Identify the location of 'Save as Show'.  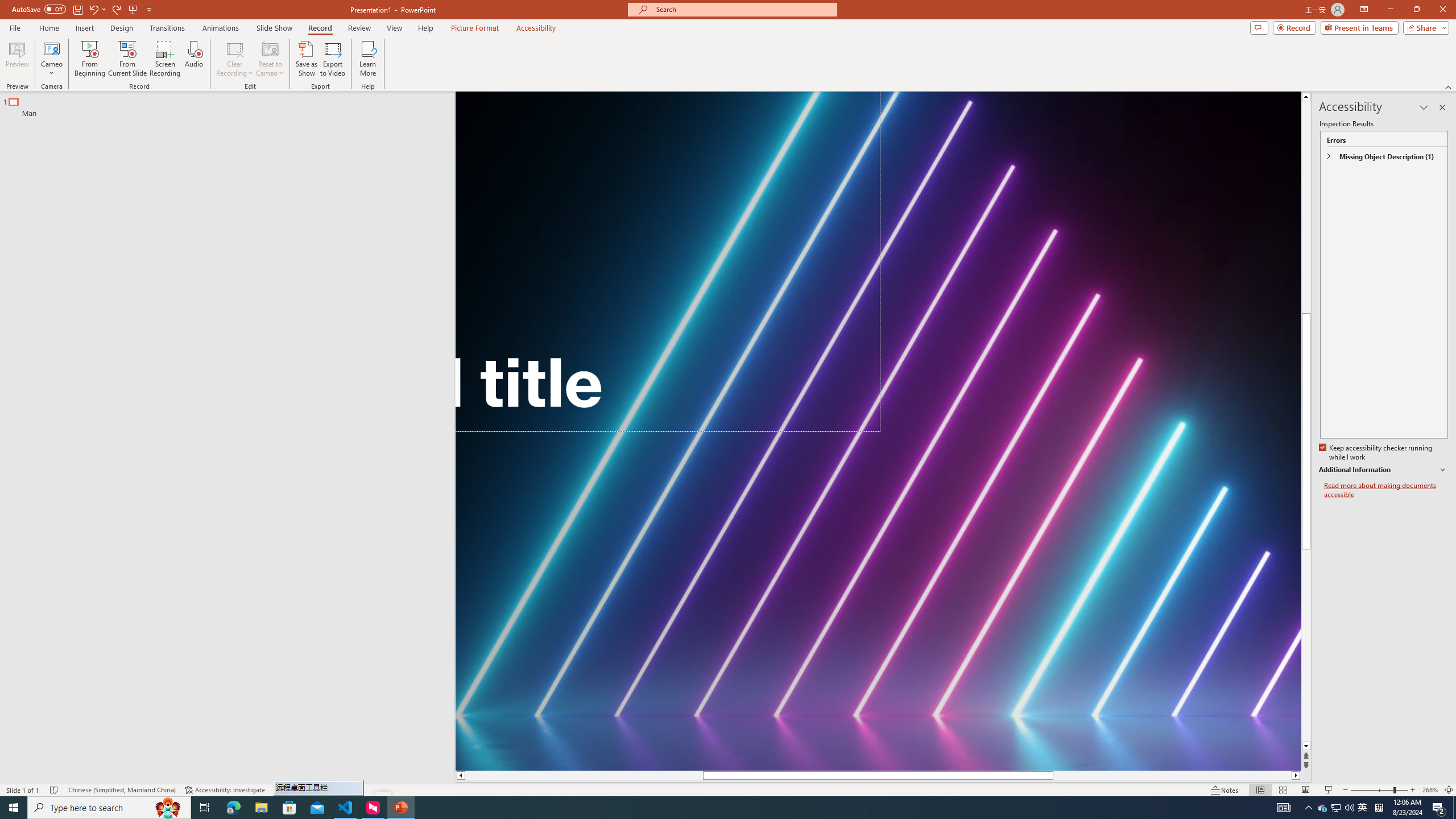
(306, 59).